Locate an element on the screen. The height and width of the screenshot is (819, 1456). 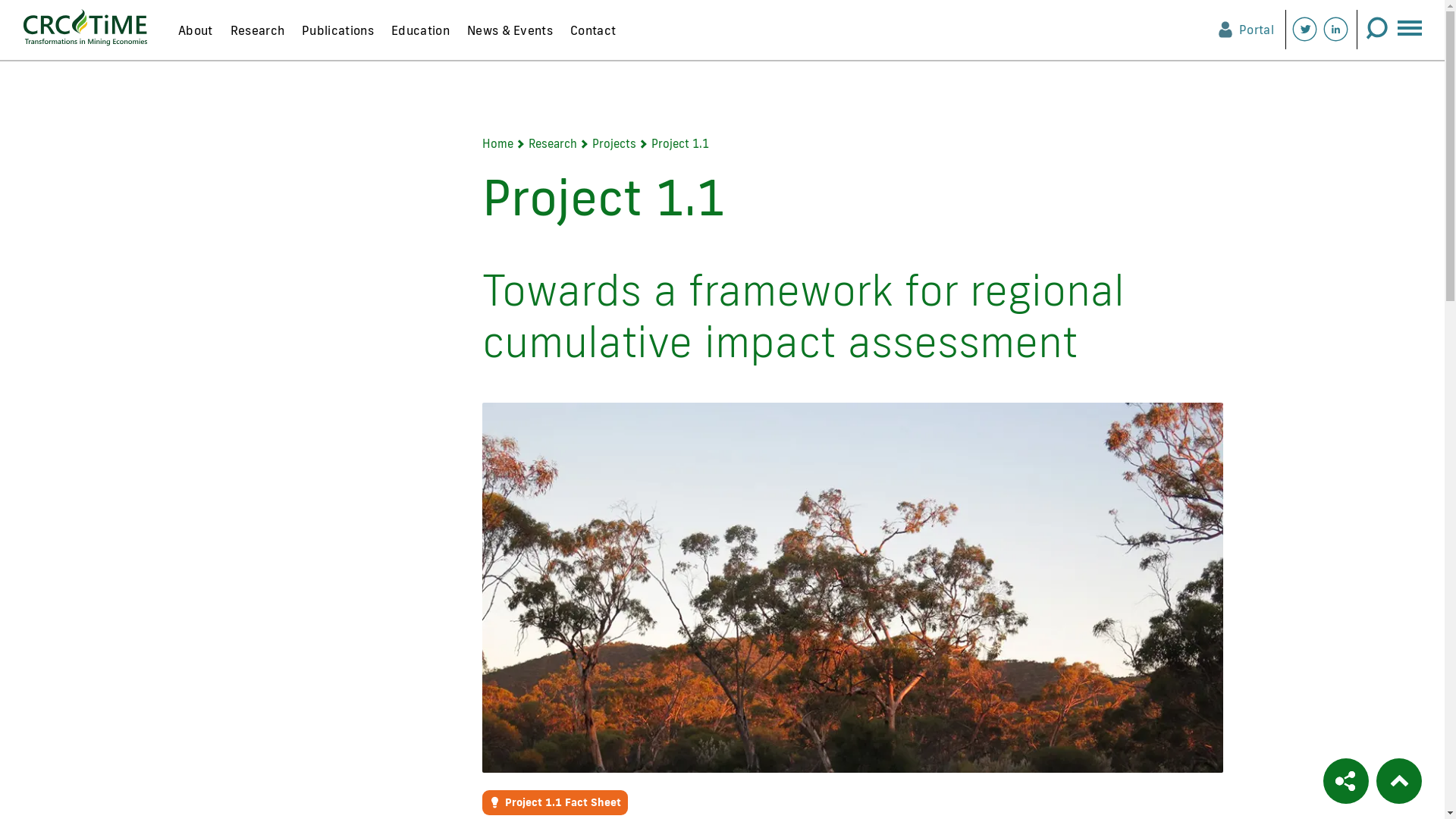
'Menu' is located at coordinates (1408, 24).